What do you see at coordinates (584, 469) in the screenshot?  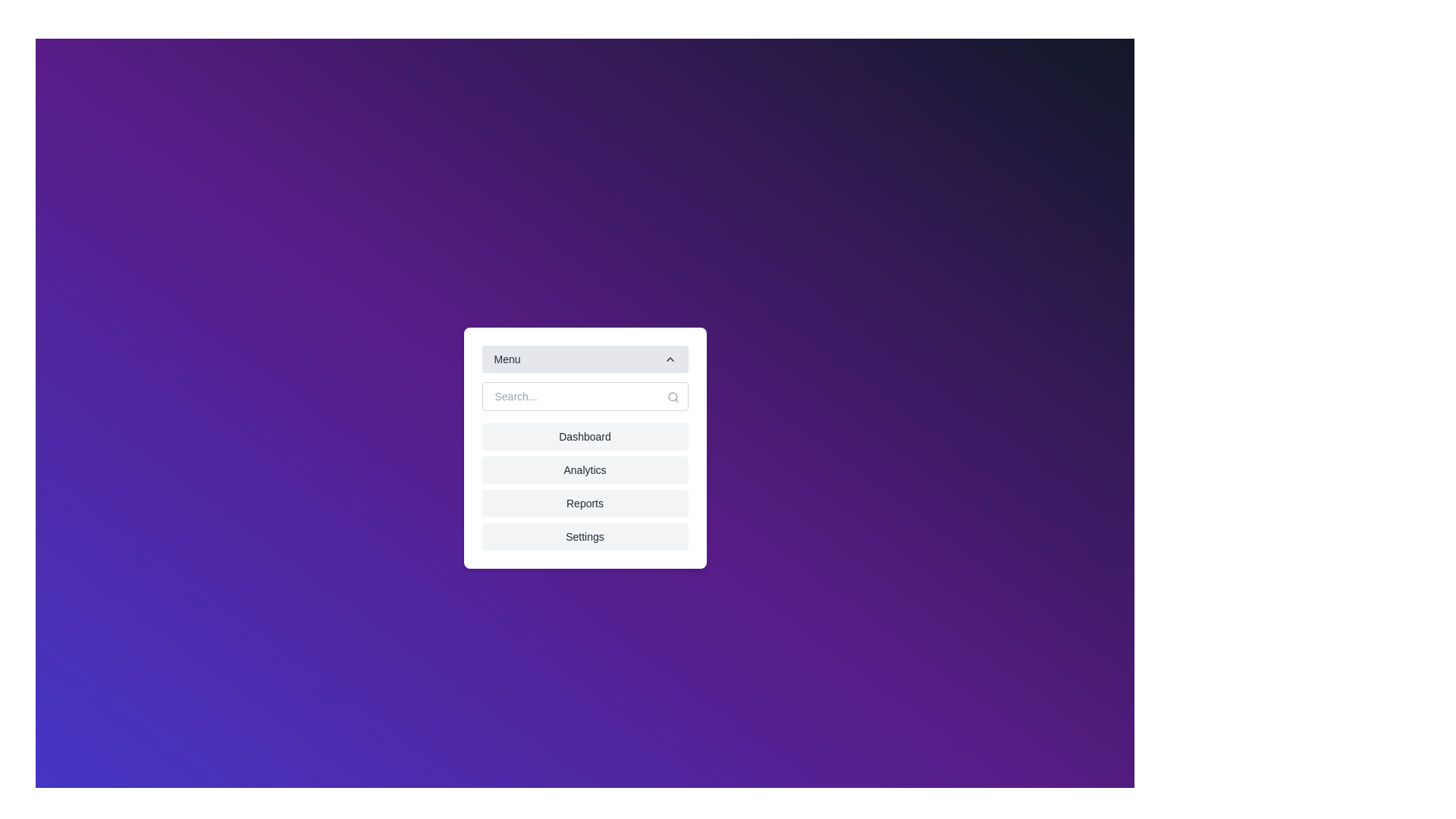 I see `the menu option Analytics` at bounding box center [584, 469].